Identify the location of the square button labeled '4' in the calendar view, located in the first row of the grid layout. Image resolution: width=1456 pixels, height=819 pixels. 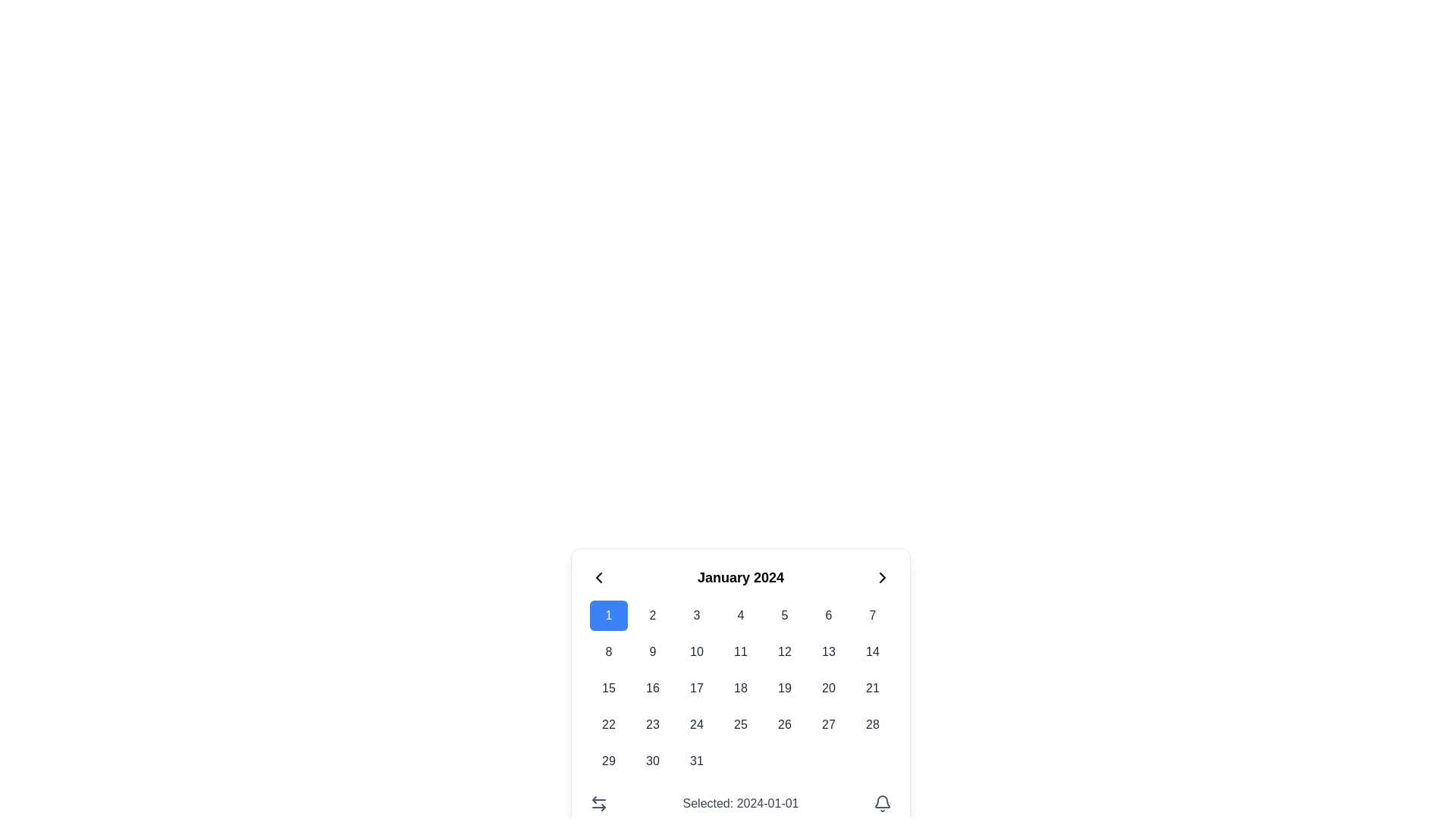
(741, 616).